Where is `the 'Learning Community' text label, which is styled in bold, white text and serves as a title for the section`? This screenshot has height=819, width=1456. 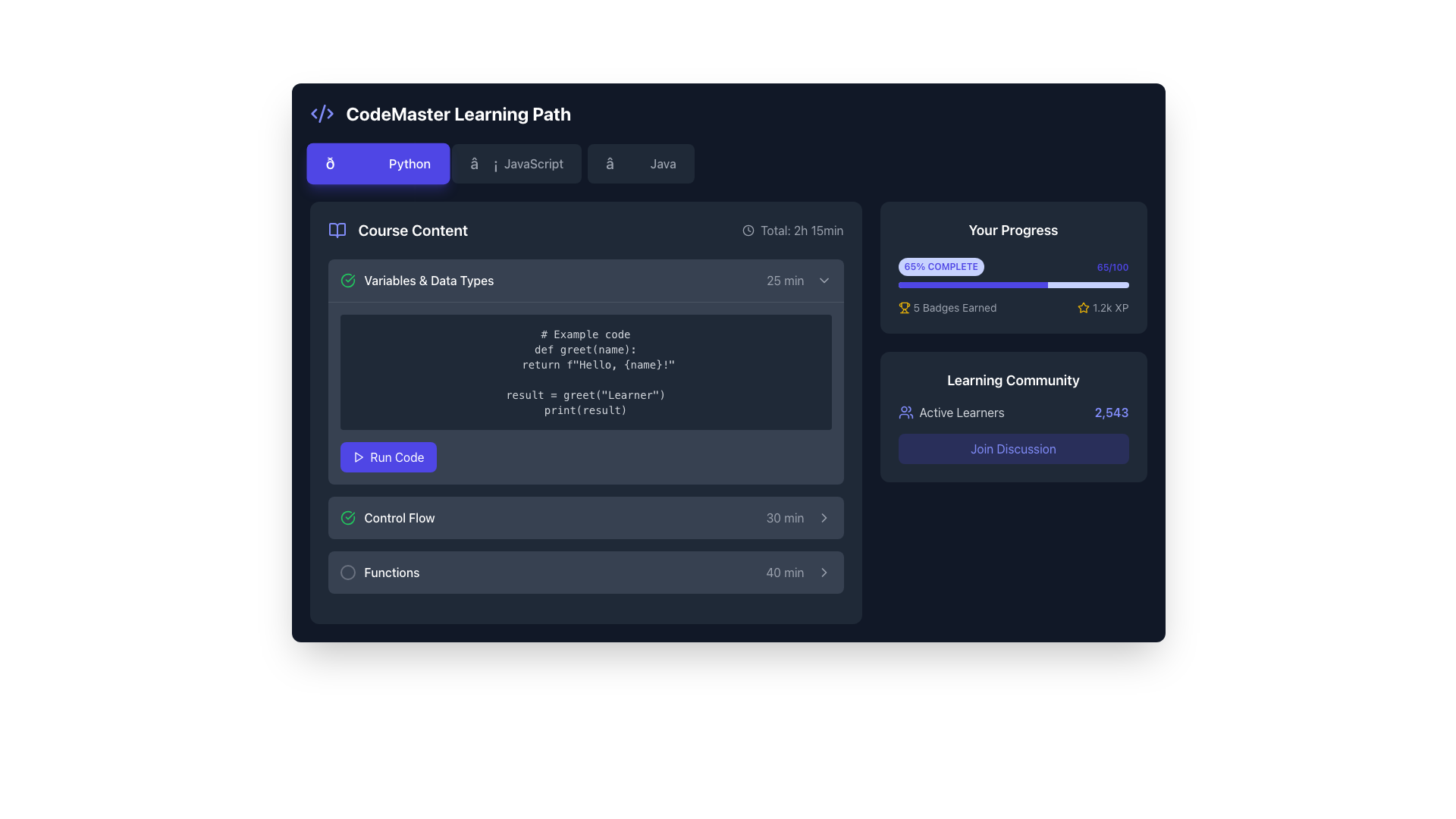 the 'Learning Community' text label, which is styled in bold, white text and serves as a title for the section is located at coordinates (1013, 379).